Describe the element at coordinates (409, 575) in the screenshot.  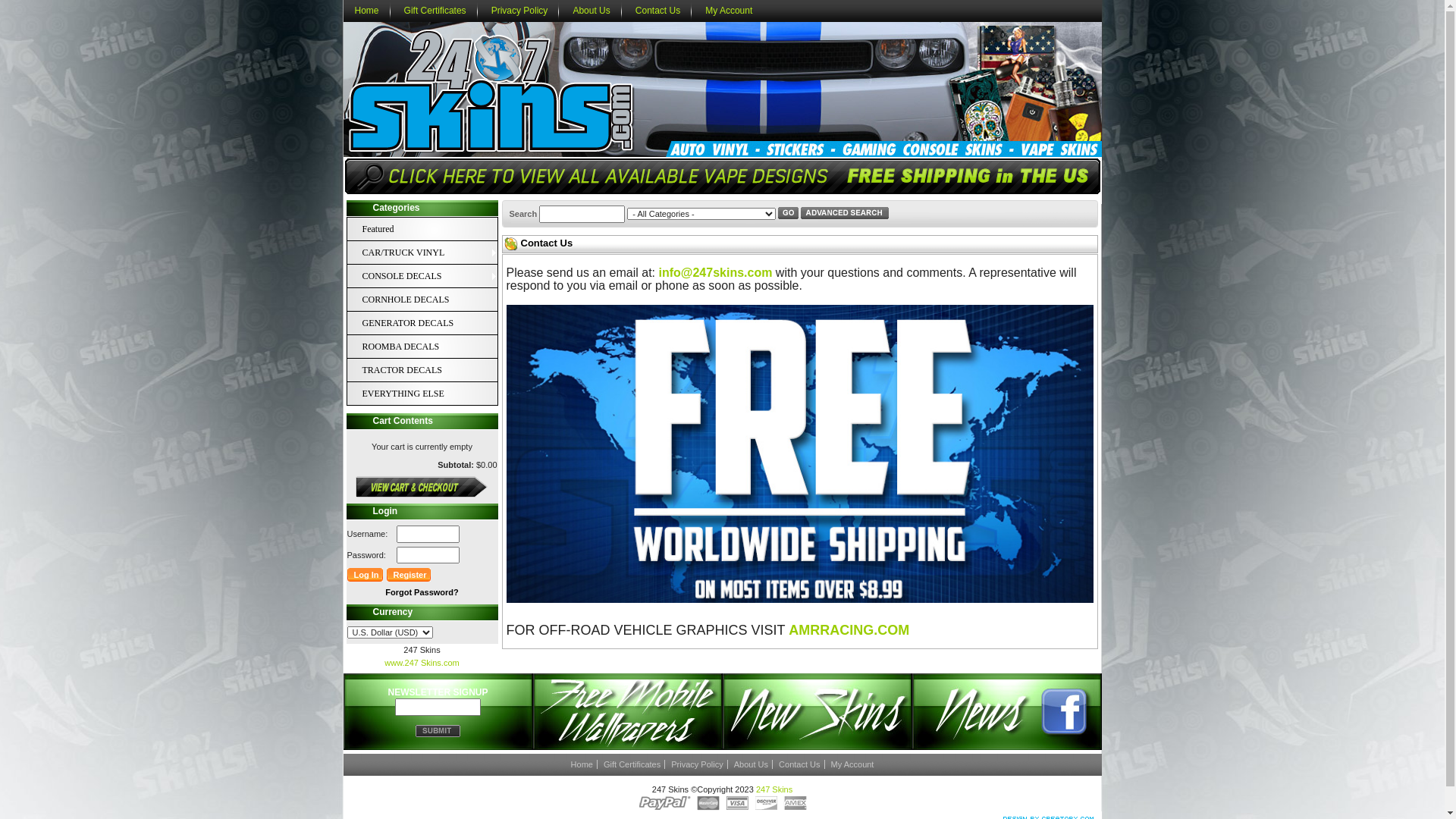
I see `'Register'` at that location.